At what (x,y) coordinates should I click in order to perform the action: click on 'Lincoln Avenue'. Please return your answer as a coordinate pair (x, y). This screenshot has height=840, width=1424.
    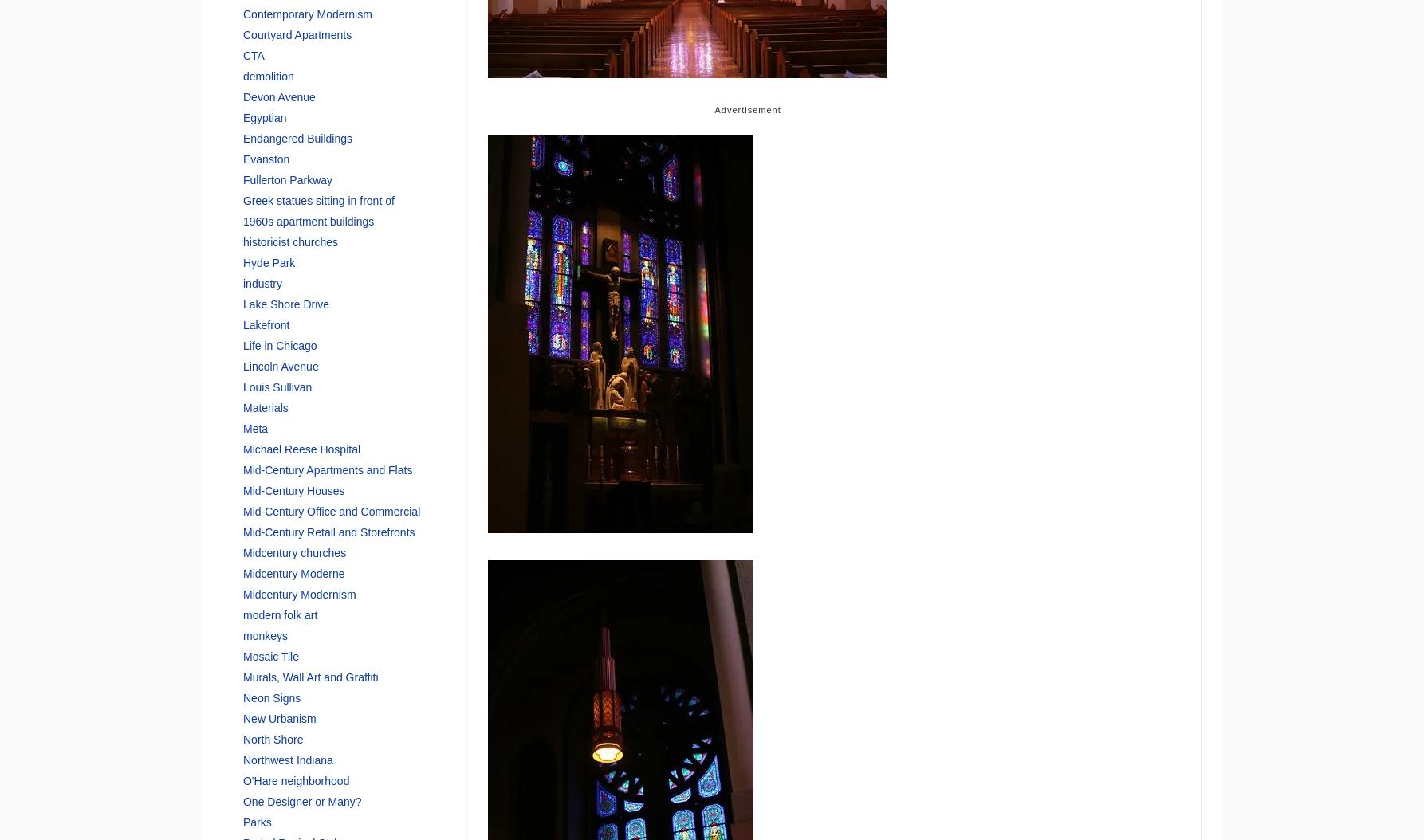
    Looking at the image, I should click on (280, 366).